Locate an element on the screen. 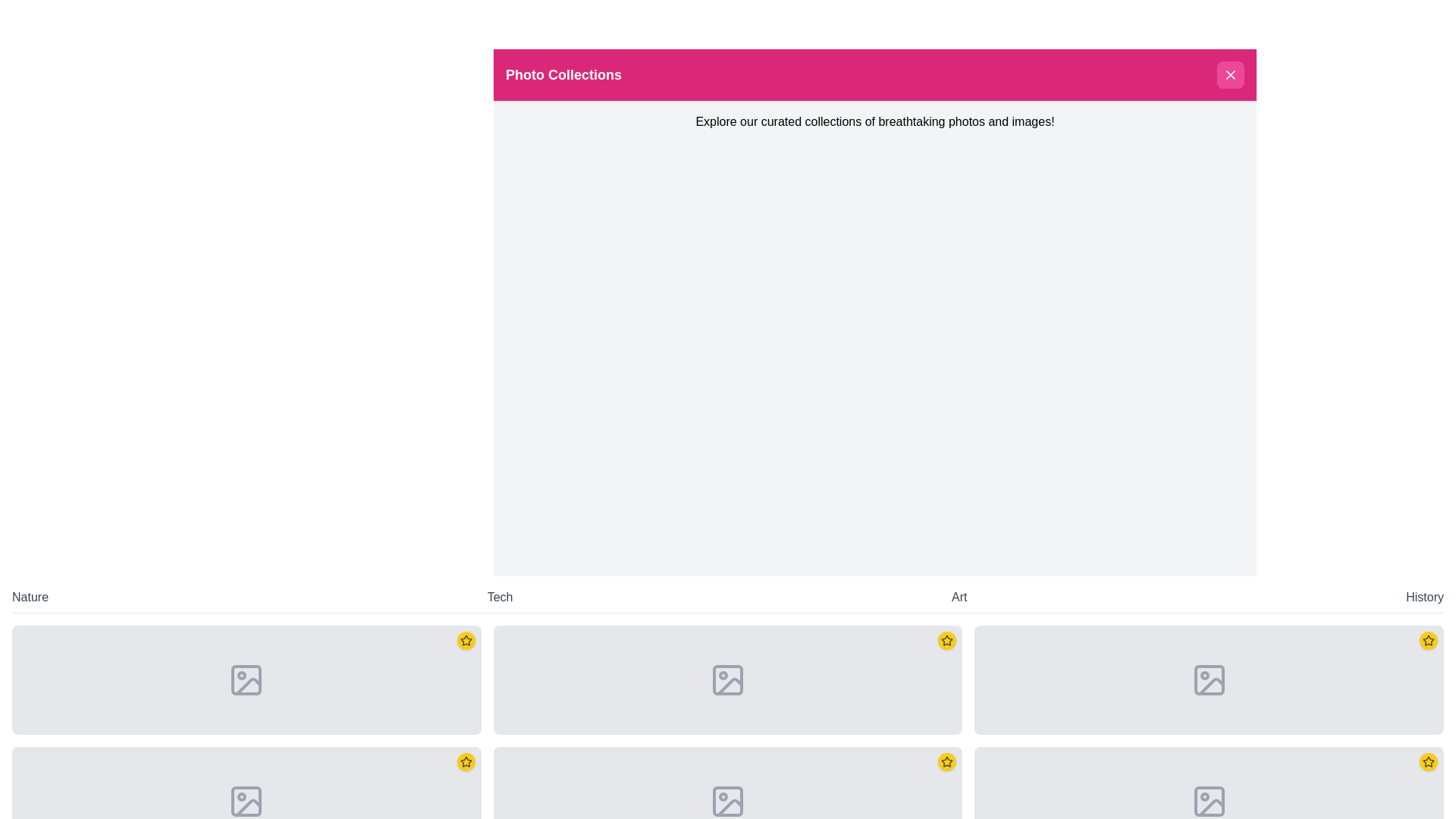 This screenshot has width=1456, height=819. the light gray rectangular icon placeholder located in the fourth column of the second row within the grid layout is located at coordinates (728, 800).